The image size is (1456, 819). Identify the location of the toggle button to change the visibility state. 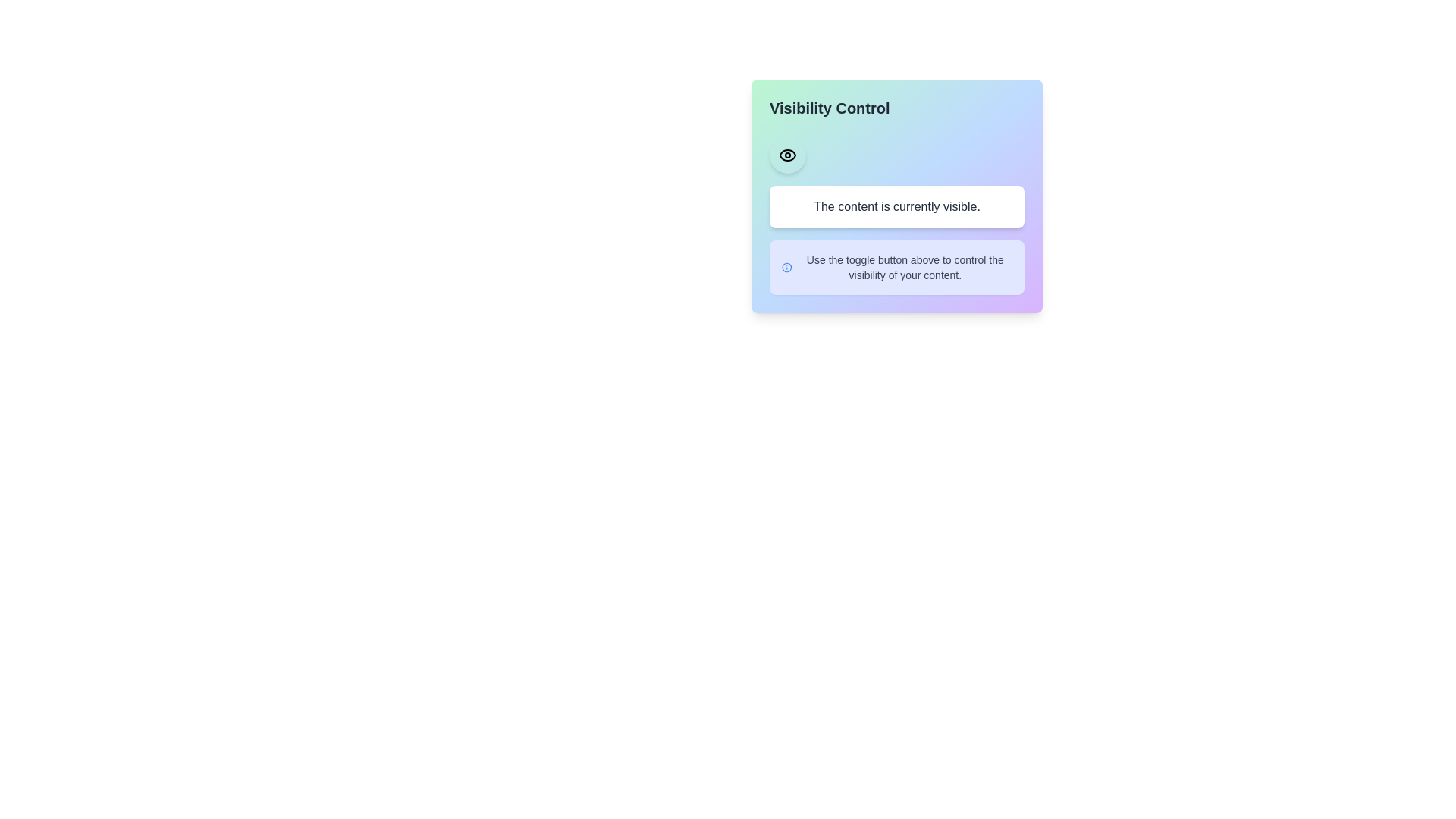
(787, 155).